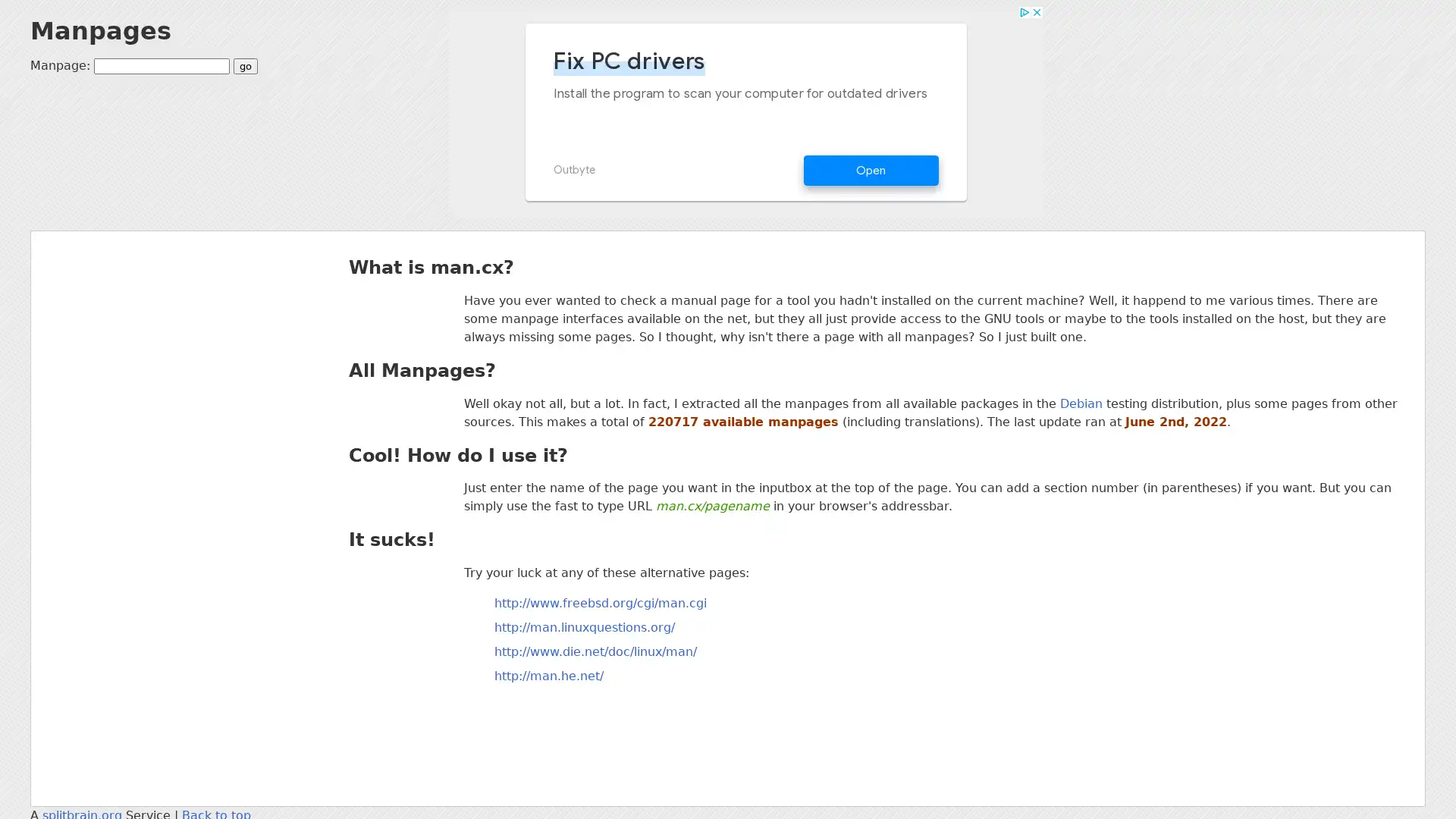 The height and width of the screenshot is (819, 1456). What do you see at coordinates (246, 64) in the screenshot?
I see `go` at bounding box center [246, 64].